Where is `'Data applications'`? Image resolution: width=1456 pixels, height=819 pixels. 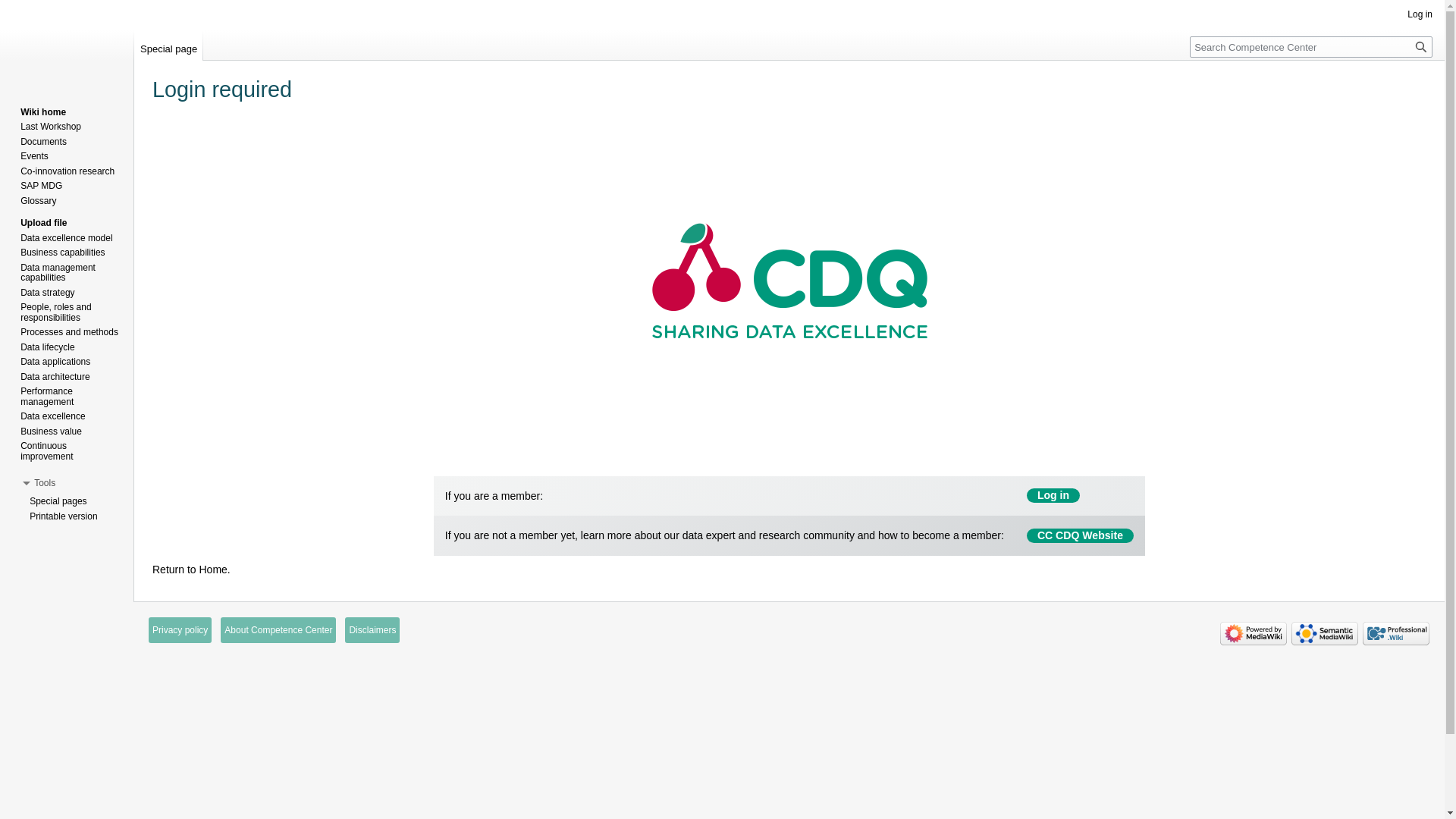 'Data applications' is located at coordinates (55, 362).